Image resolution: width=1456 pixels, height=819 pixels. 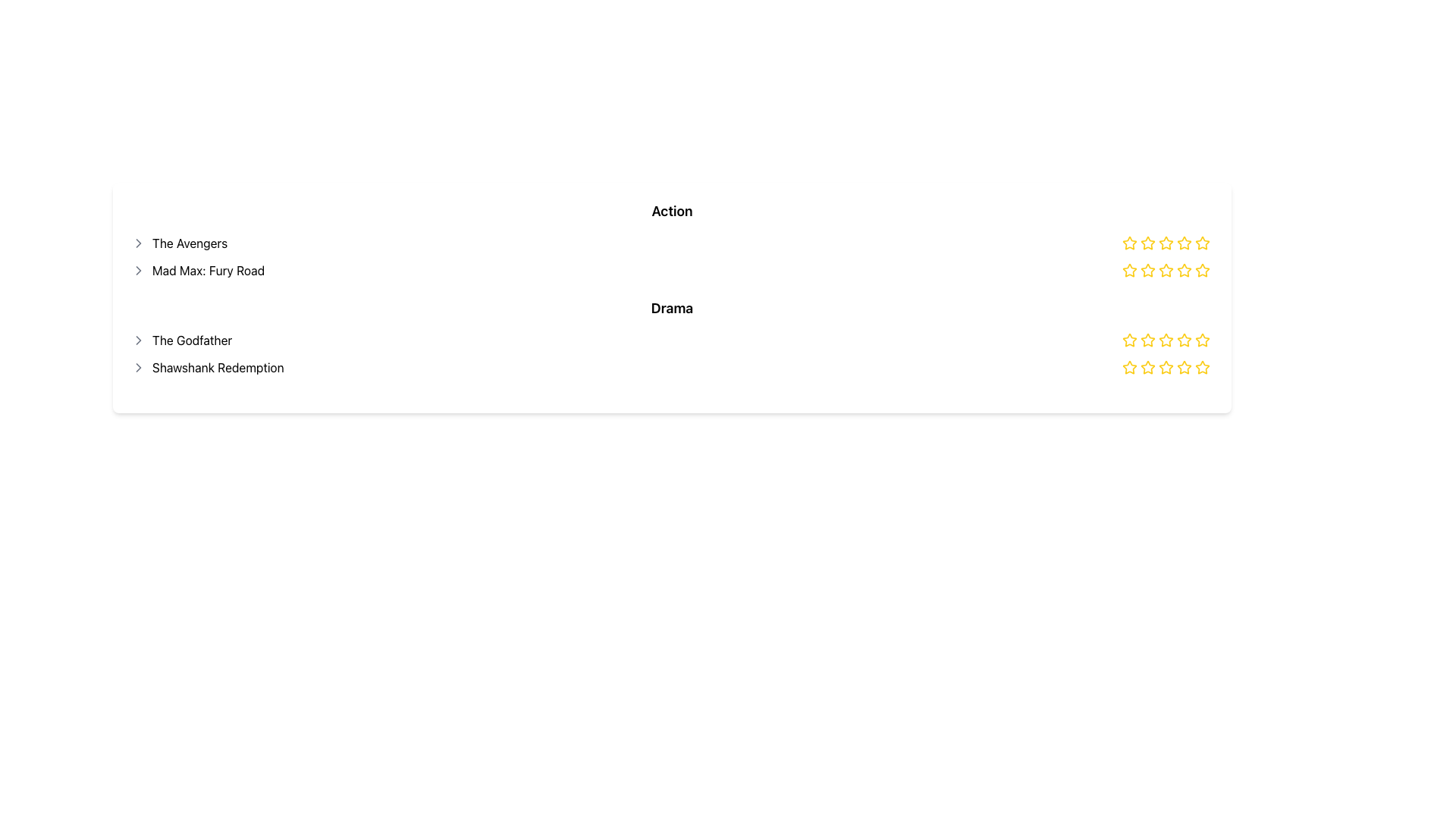 I want to click on the fifth star icon for the movie 'Mad Max: Fury Road' to indicate a five-star rating, so click(x=1201, y=269).